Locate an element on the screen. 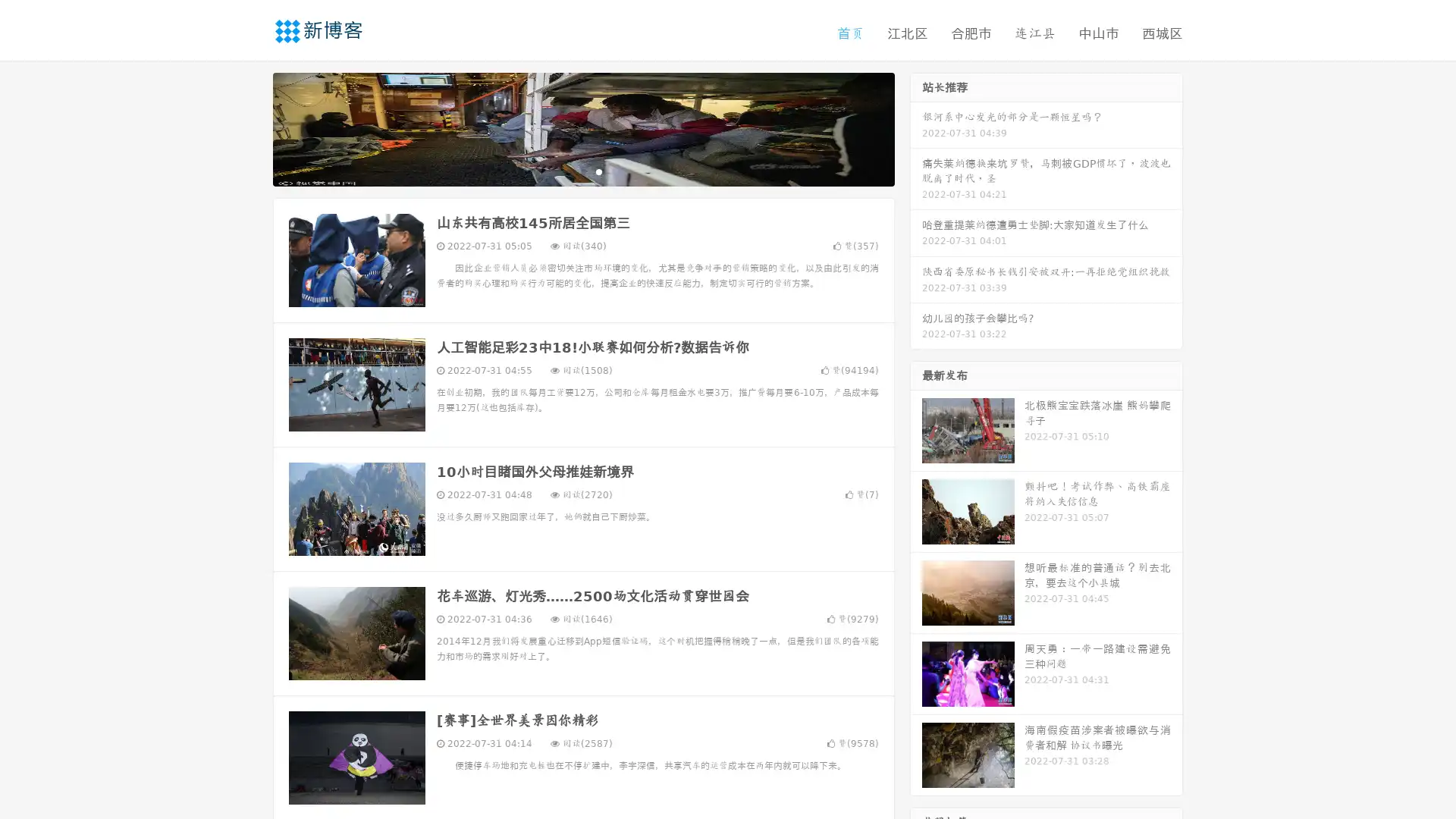  Go to slide 2 is located at coordinates (582, 171).